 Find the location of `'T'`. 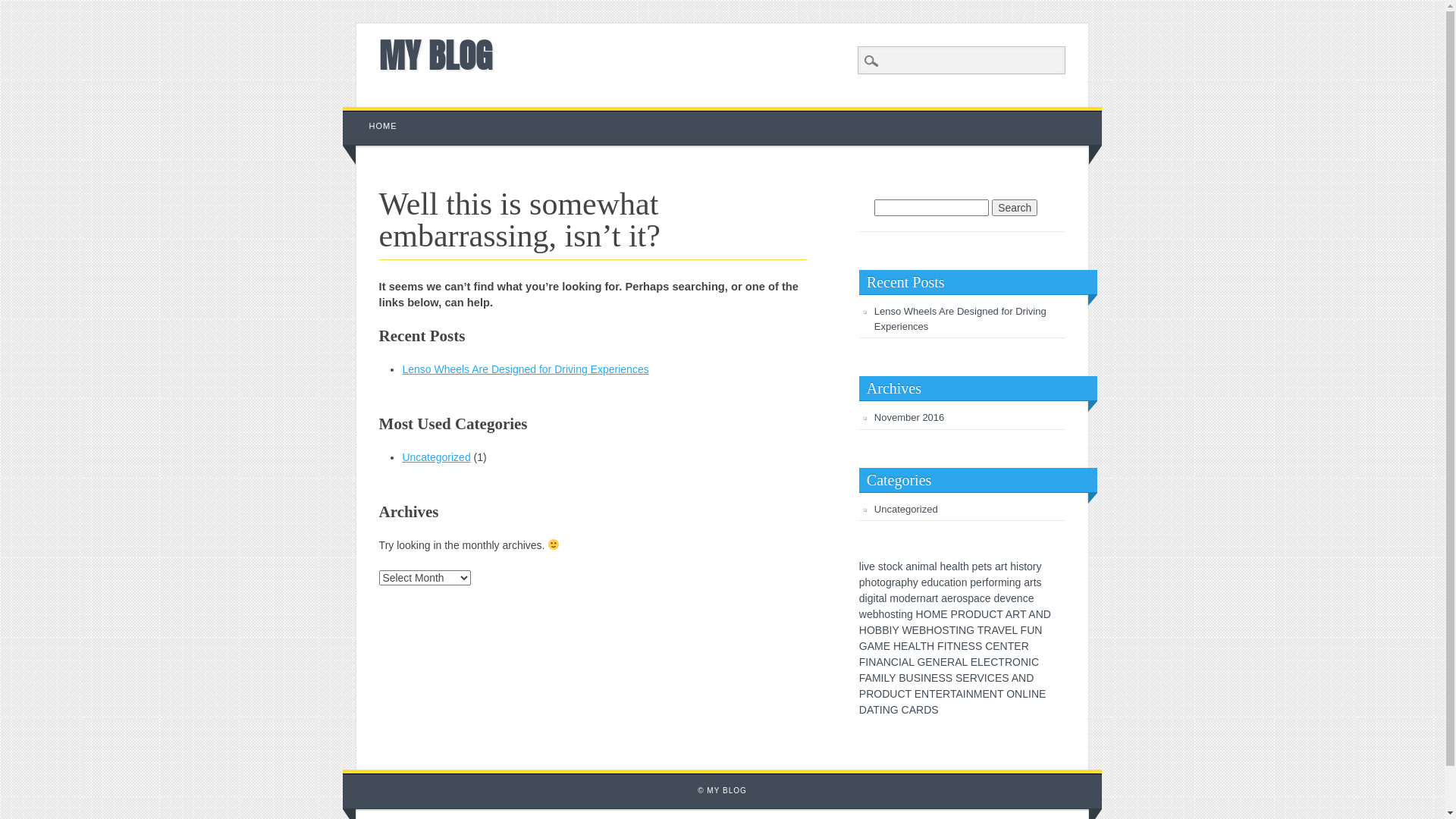

'T' is located at coordinates (1011, 646).